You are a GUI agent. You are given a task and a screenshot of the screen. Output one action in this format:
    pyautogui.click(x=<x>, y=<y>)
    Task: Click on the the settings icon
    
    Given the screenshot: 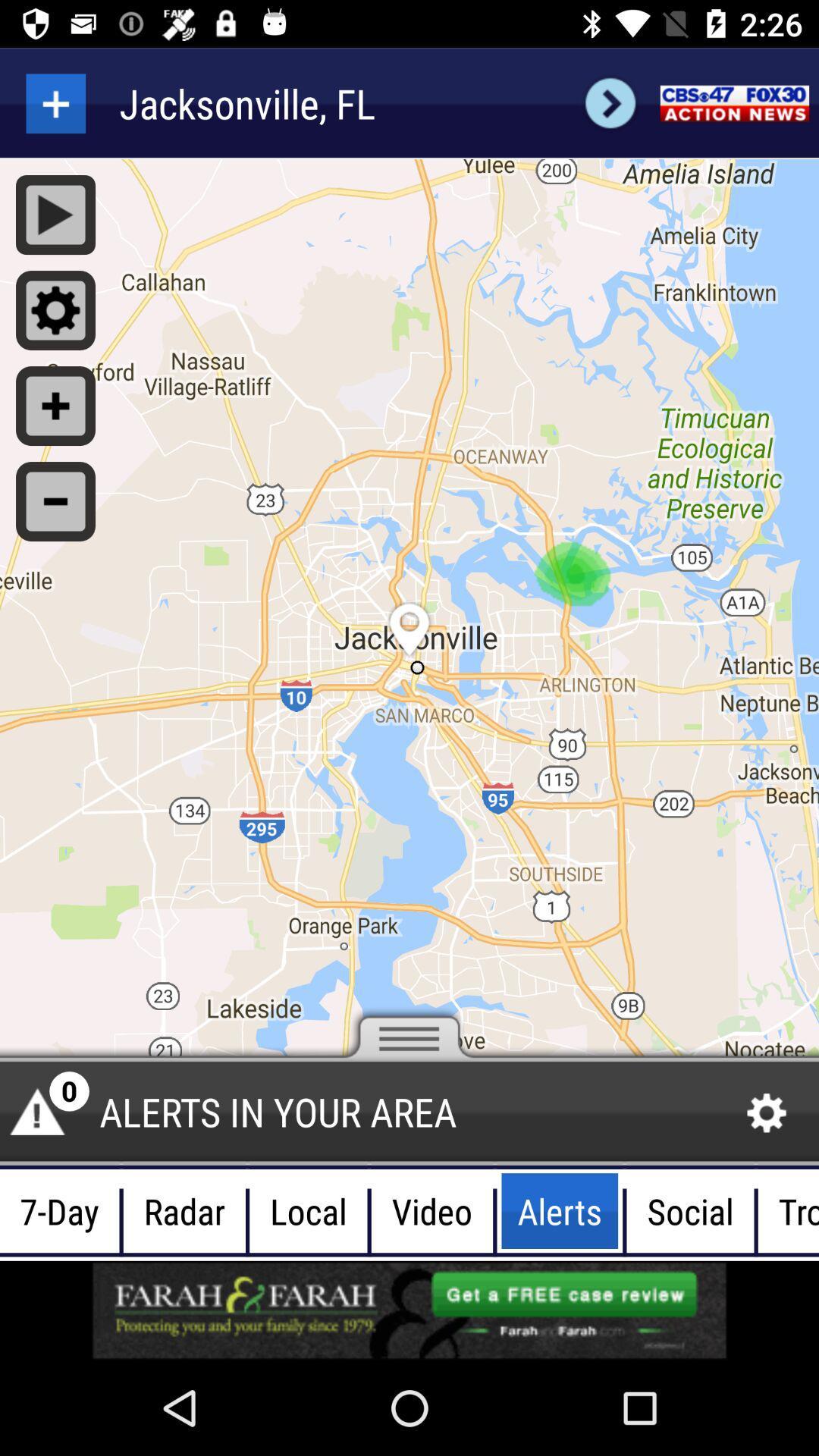 What is the action you would take?
    pyautogui.click(x=767, y=1113)
    